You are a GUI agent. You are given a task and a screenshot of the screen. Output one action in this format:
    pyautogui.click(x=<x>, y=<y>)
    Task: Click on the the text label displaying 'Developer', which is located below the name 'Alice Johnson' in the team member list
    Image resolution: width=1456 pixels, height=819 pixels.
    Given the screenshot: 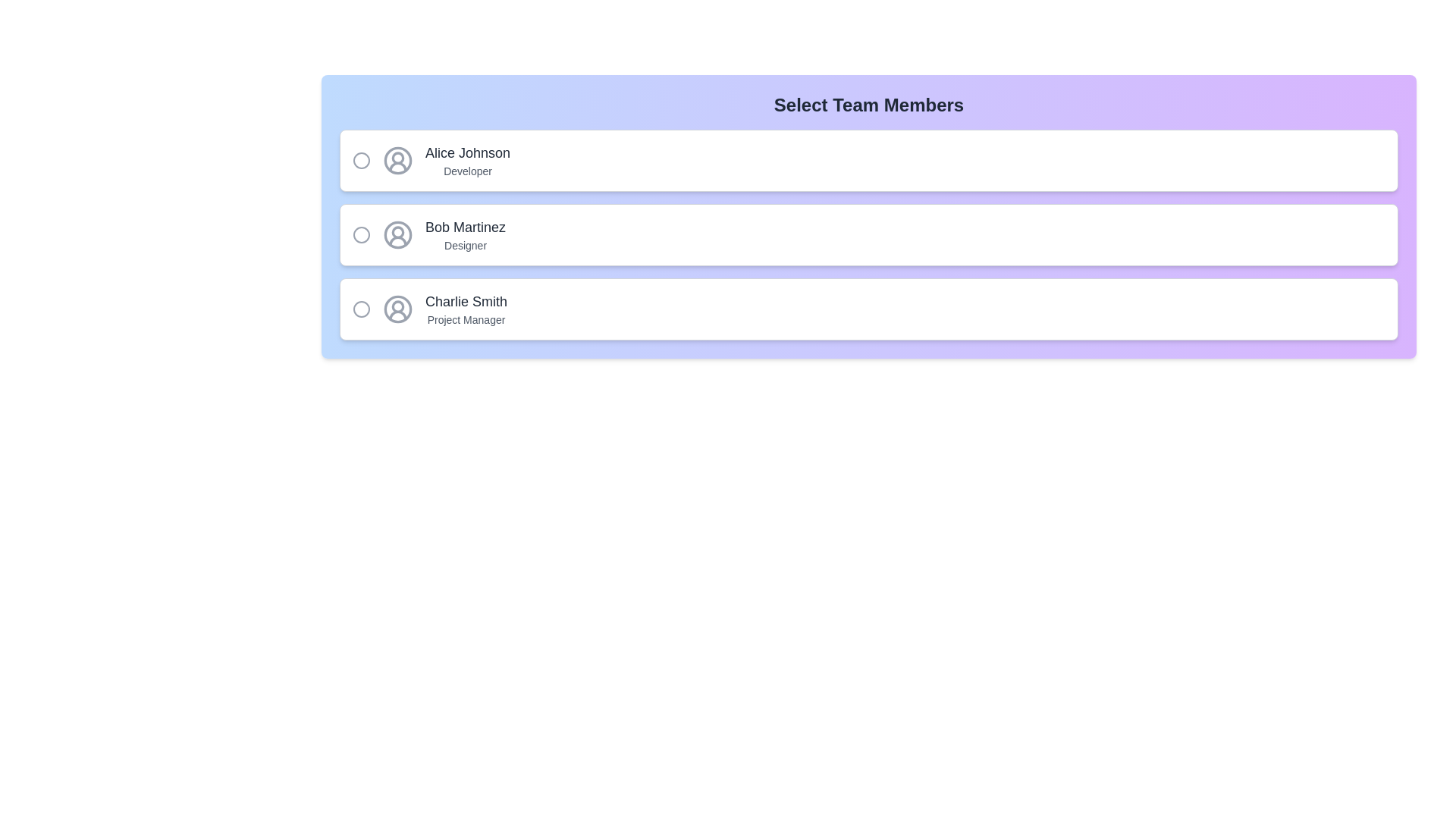 What is the action you would take?
    pyautogui.click(x=467, y=171)
    